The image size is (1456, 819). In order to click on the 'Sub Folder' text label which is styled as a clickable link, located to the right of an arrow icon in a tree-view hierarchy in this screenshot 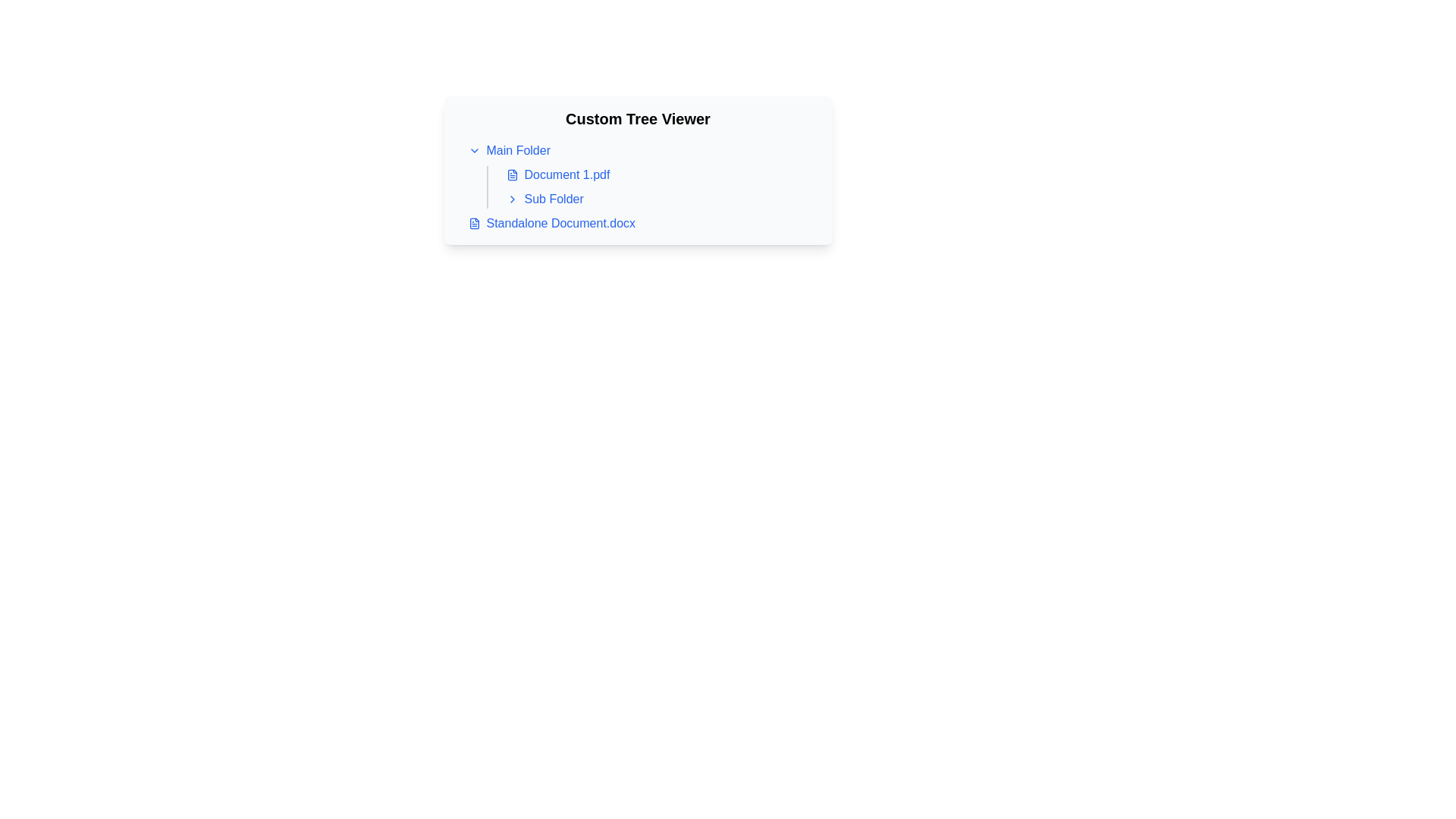, I will do `click(553, 198)`.